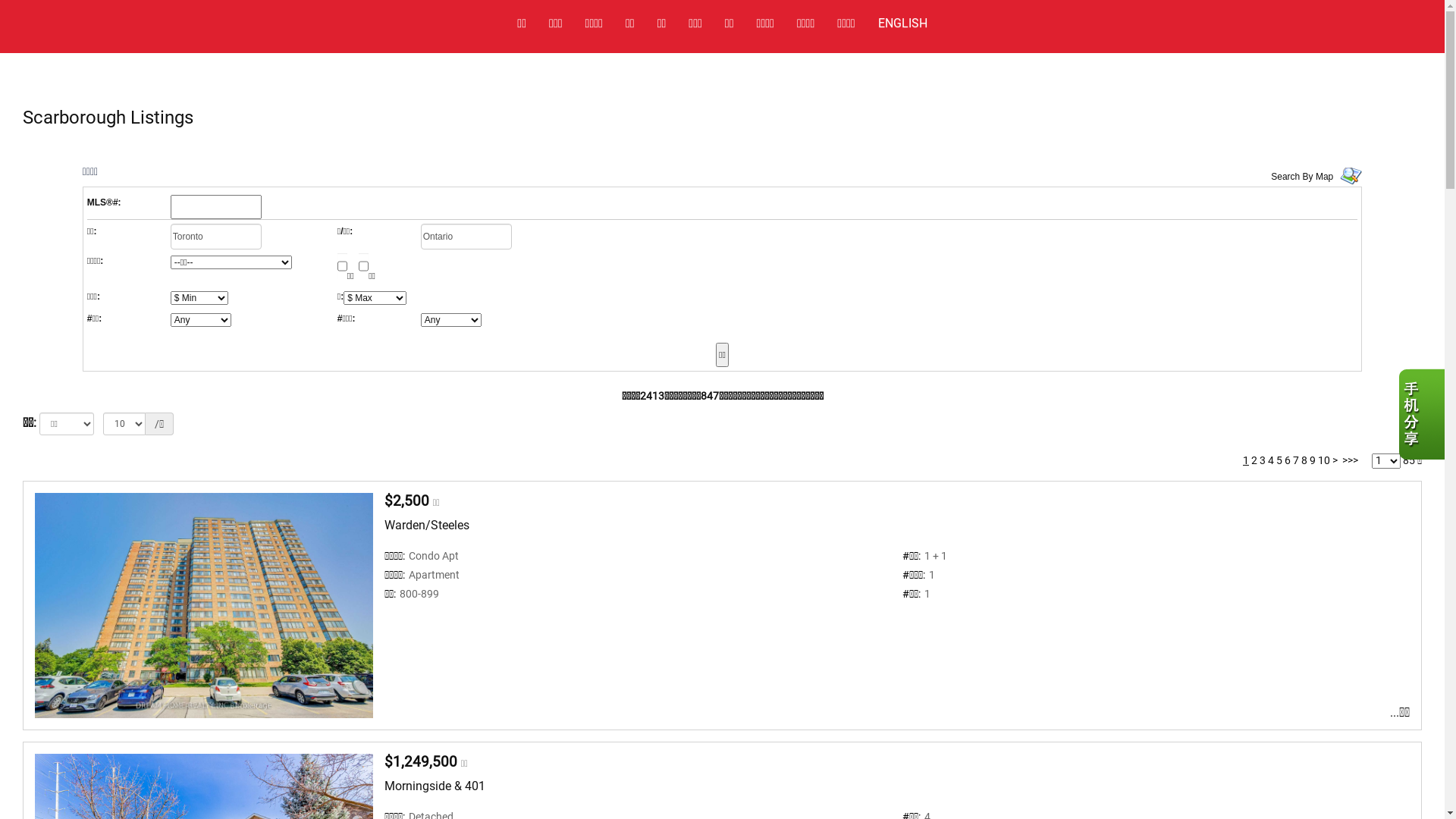 This screenshot has width=1456, height=819. I want to click on '10', so click(1323, 459).